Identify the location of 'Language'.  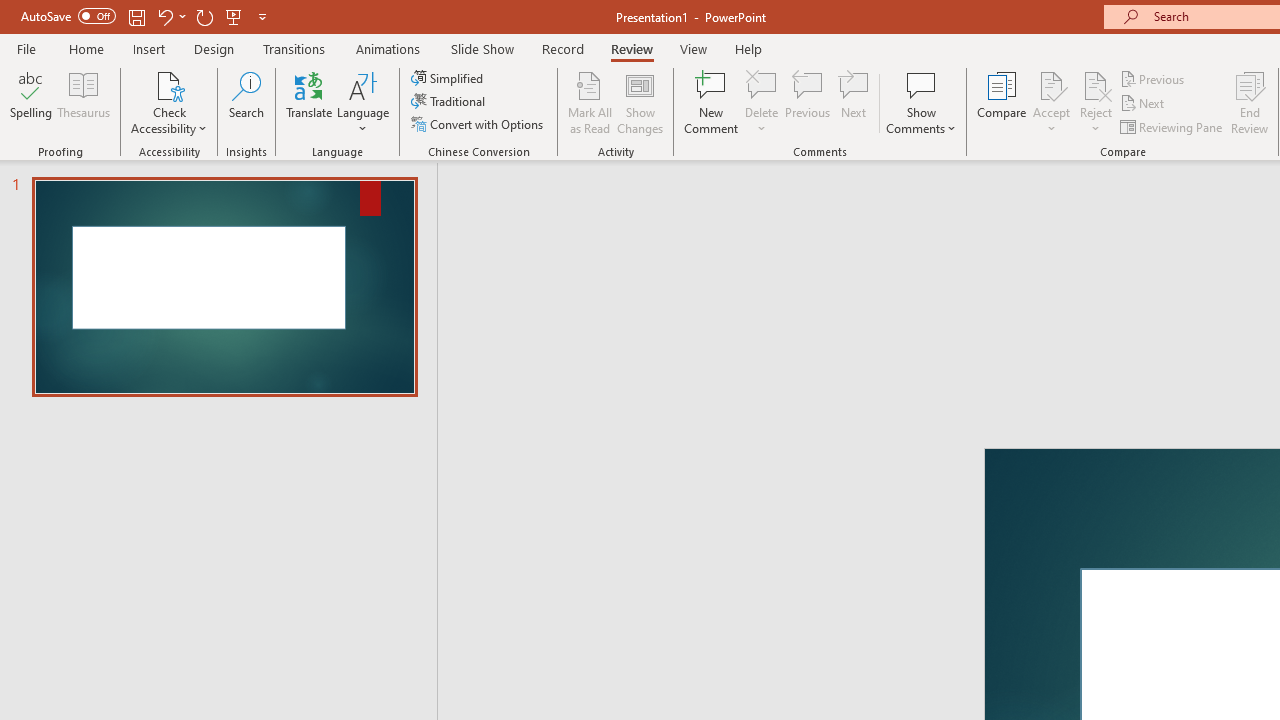
(363, 103).